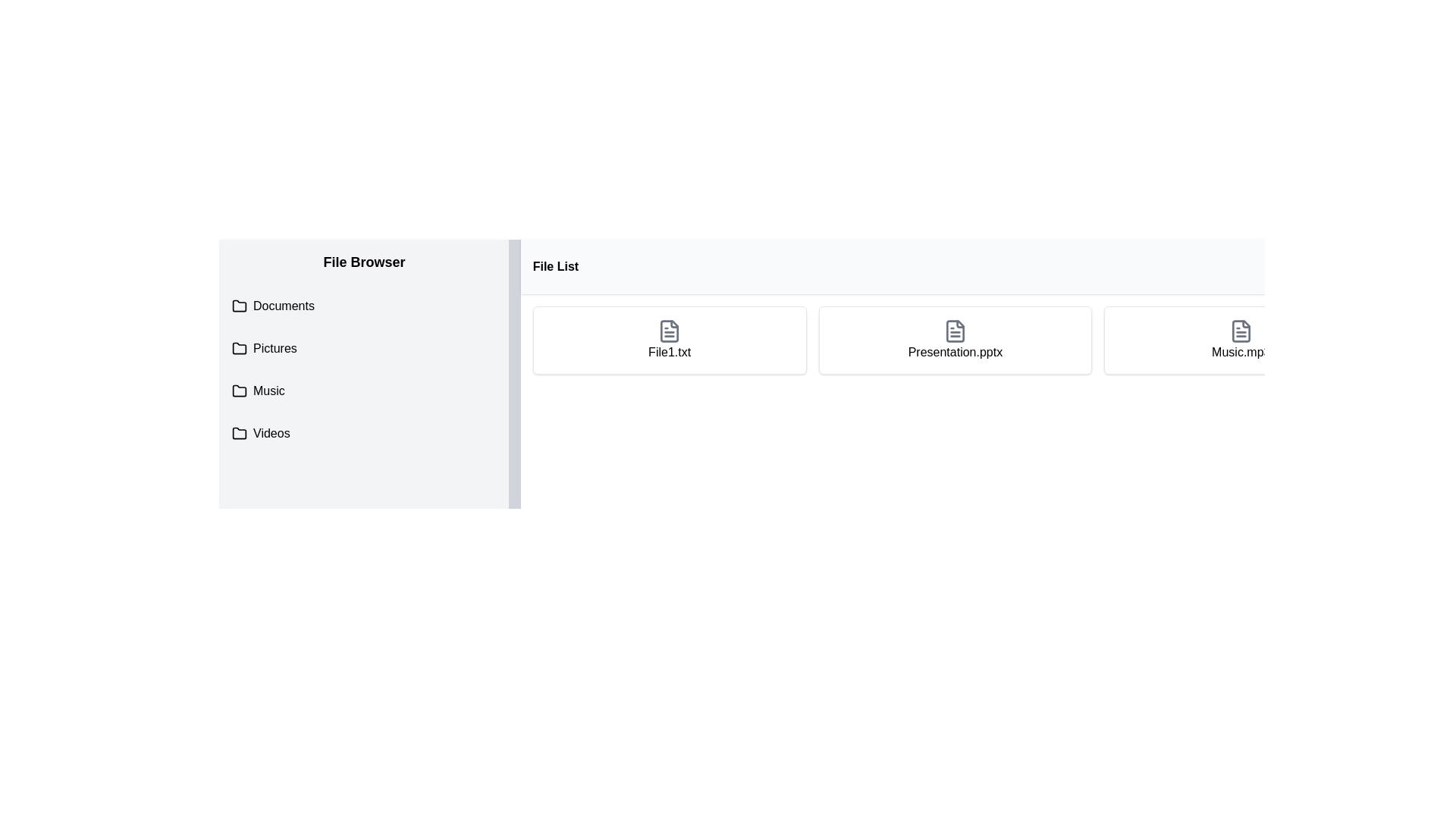 This screenshot has height=819, width=1456. Describe the element at coordinates (284, 306) in the screenshot. I see `the text label displaying 'Documents' in the 'File Browser' panel, which is aligned horizontally next to a folder icon and is the first item in the list` at that location.